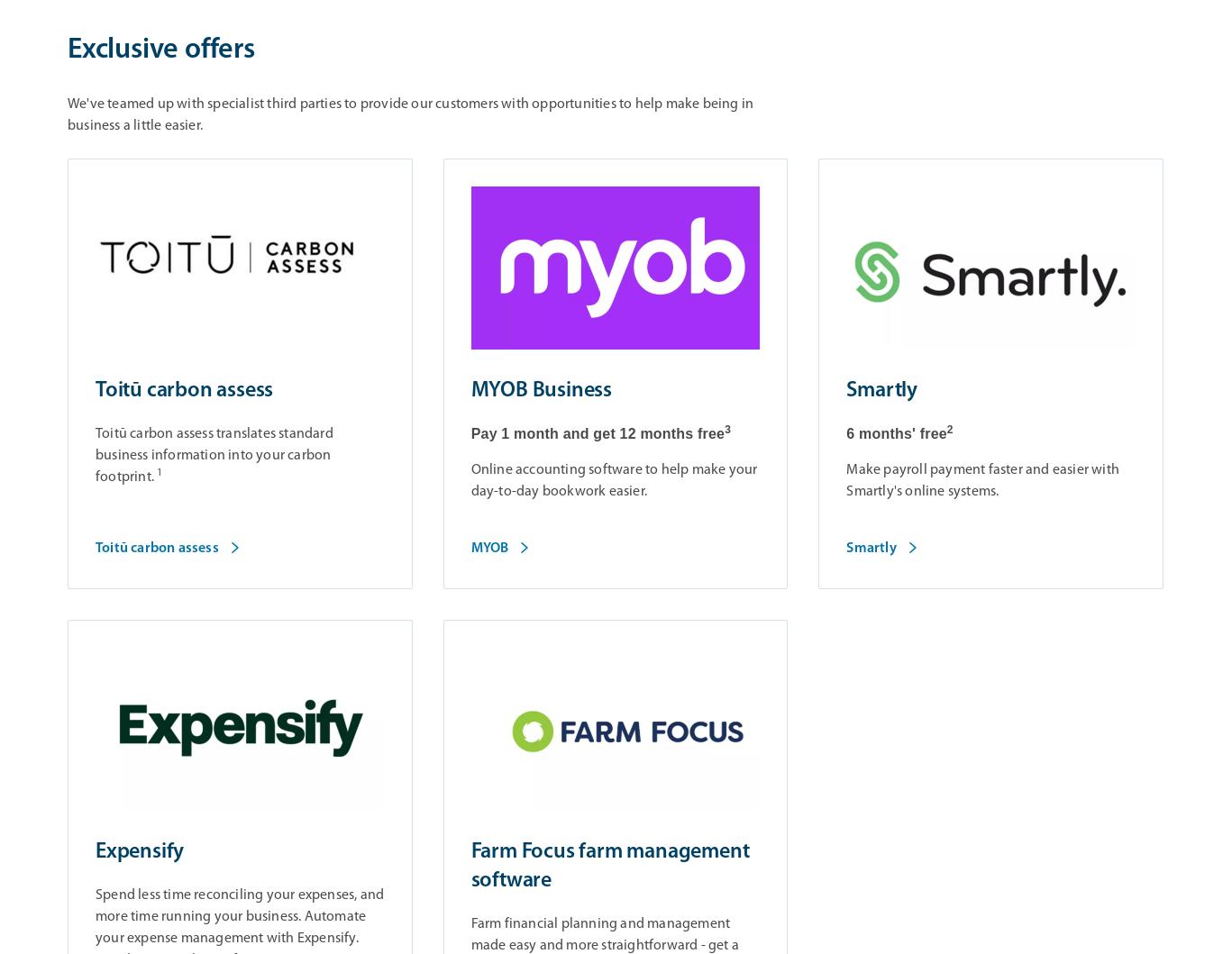  Describe the element at coordinates (705, 429) in the screenshot. I see `'3'` at that location.